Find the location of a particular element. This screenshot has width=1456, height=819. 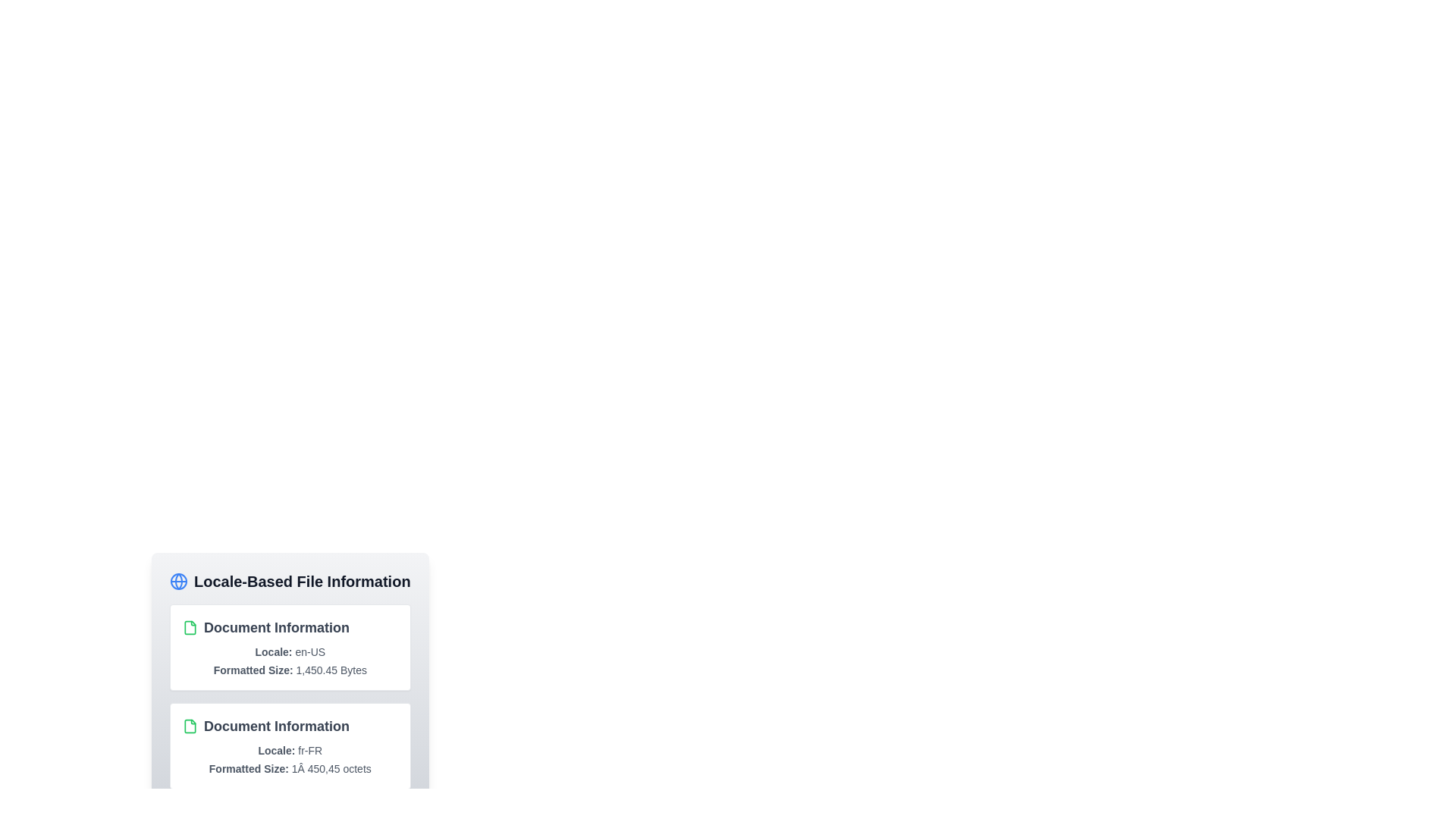

the text label located at the top of the second bordered section, which indicates the title of the information contained within its enclosing section is located at coordinates (290, 725).